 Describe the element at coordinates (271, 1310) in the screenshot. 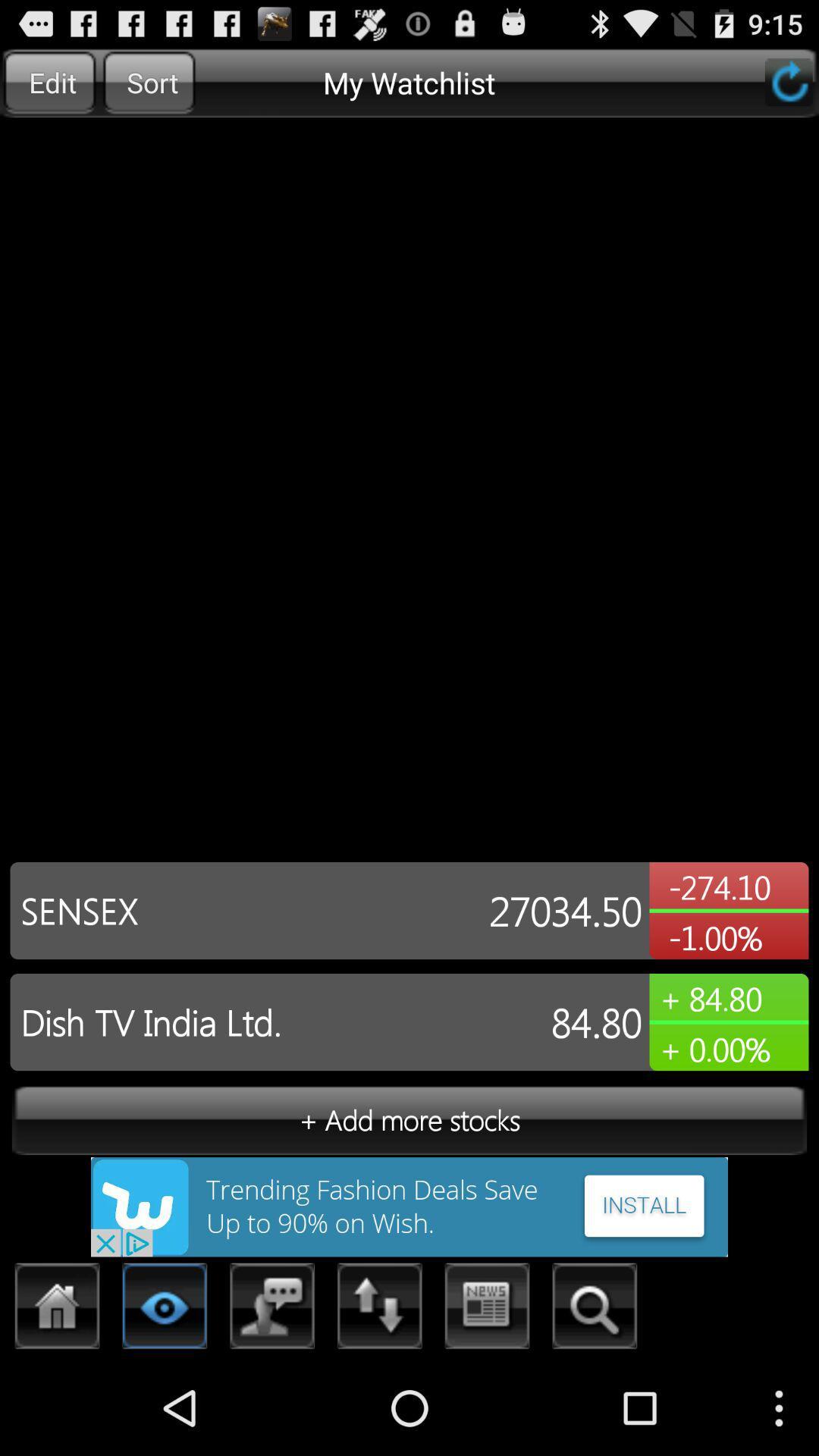

I see `sms option` at that location.